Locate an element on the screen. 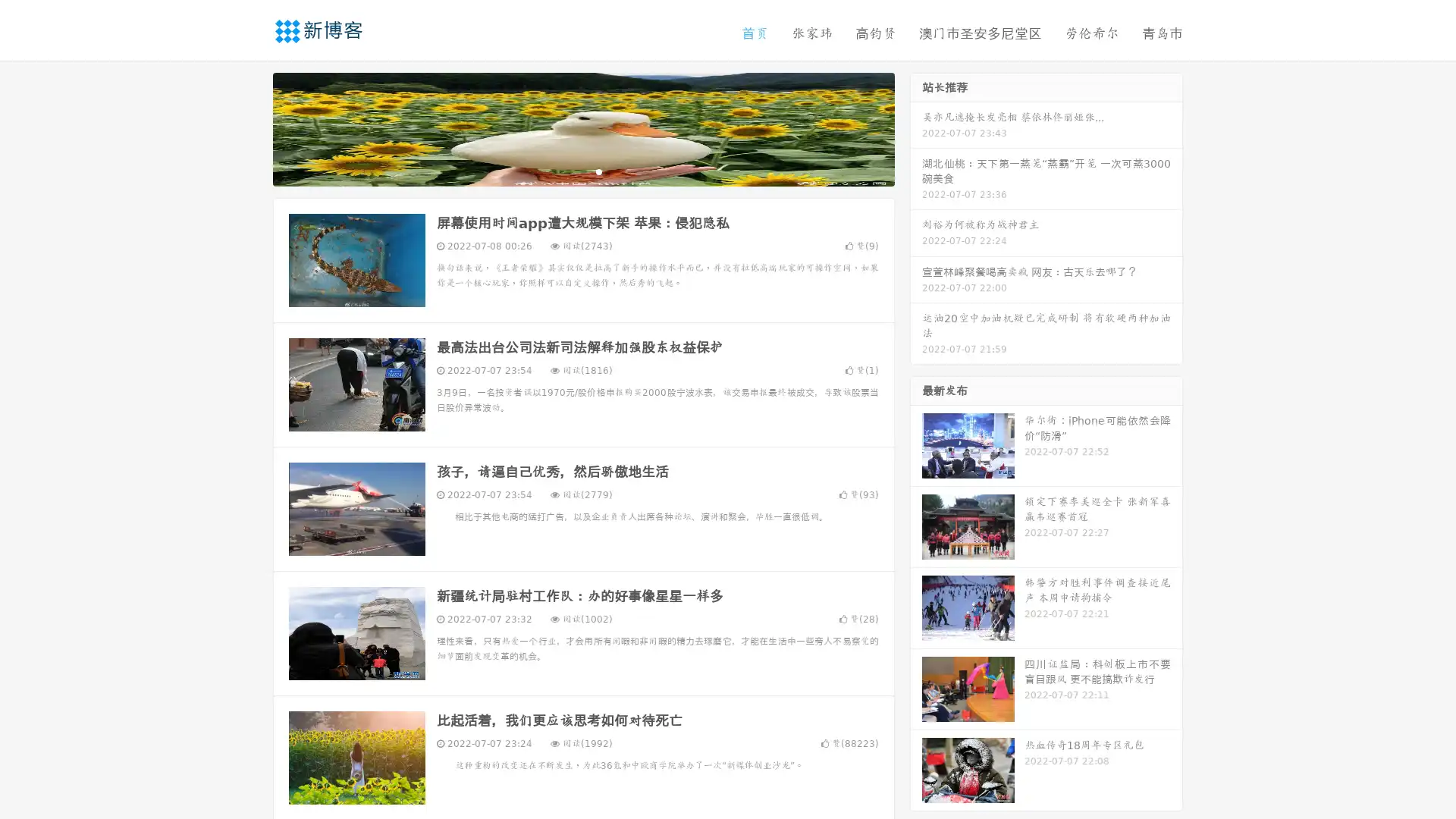 The width and height of the screenshot is (1456, 819). Go to slide 3 is located at coordinates (598, 171).